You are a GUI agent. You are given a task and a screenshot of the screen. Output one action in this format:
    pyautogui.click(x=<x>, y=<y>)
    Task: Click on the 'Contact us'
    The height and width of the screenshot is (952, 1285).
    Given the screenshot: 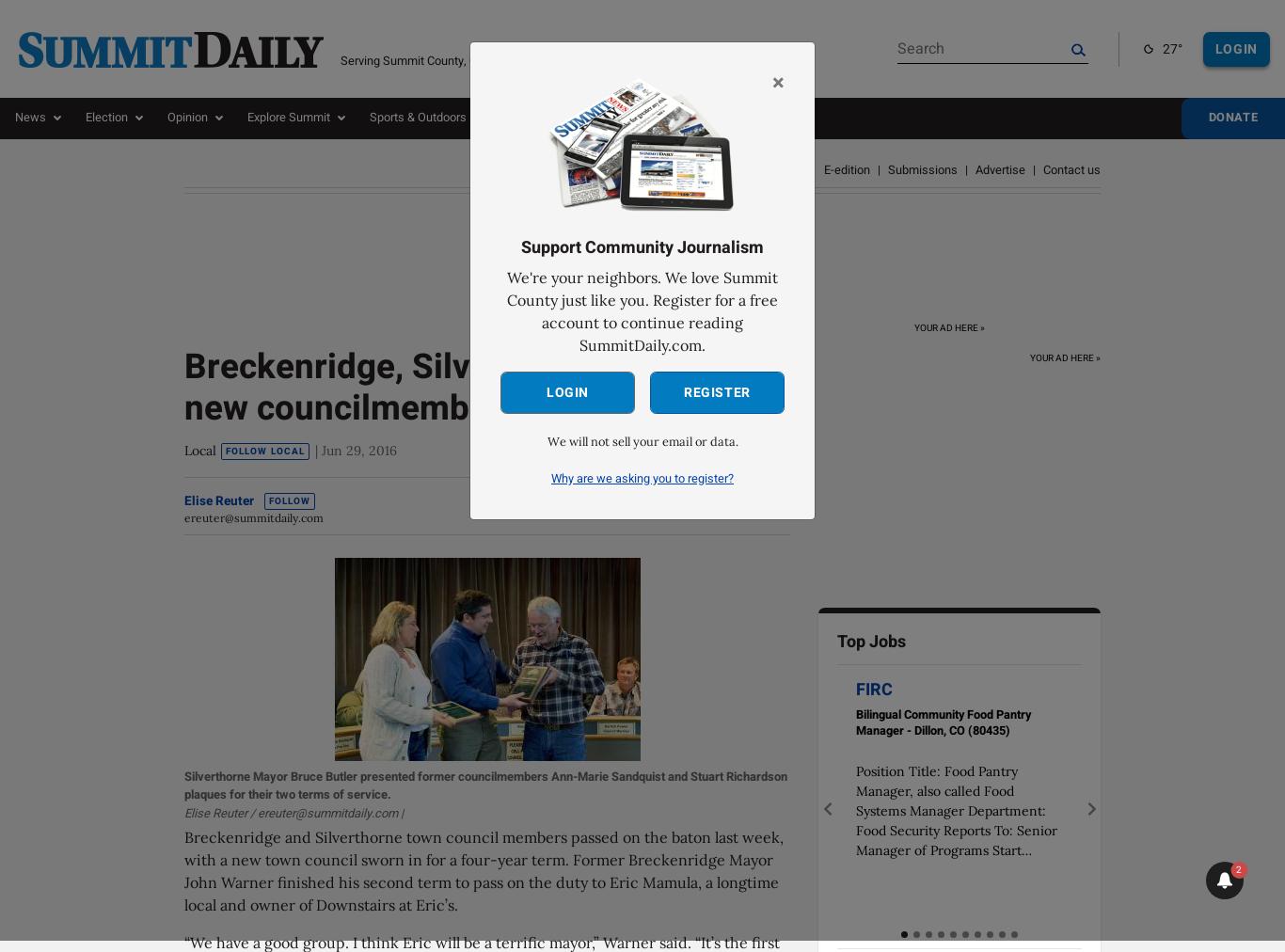 What is the action you would take?
    pyautogui.click(x=1071, y=169)
    